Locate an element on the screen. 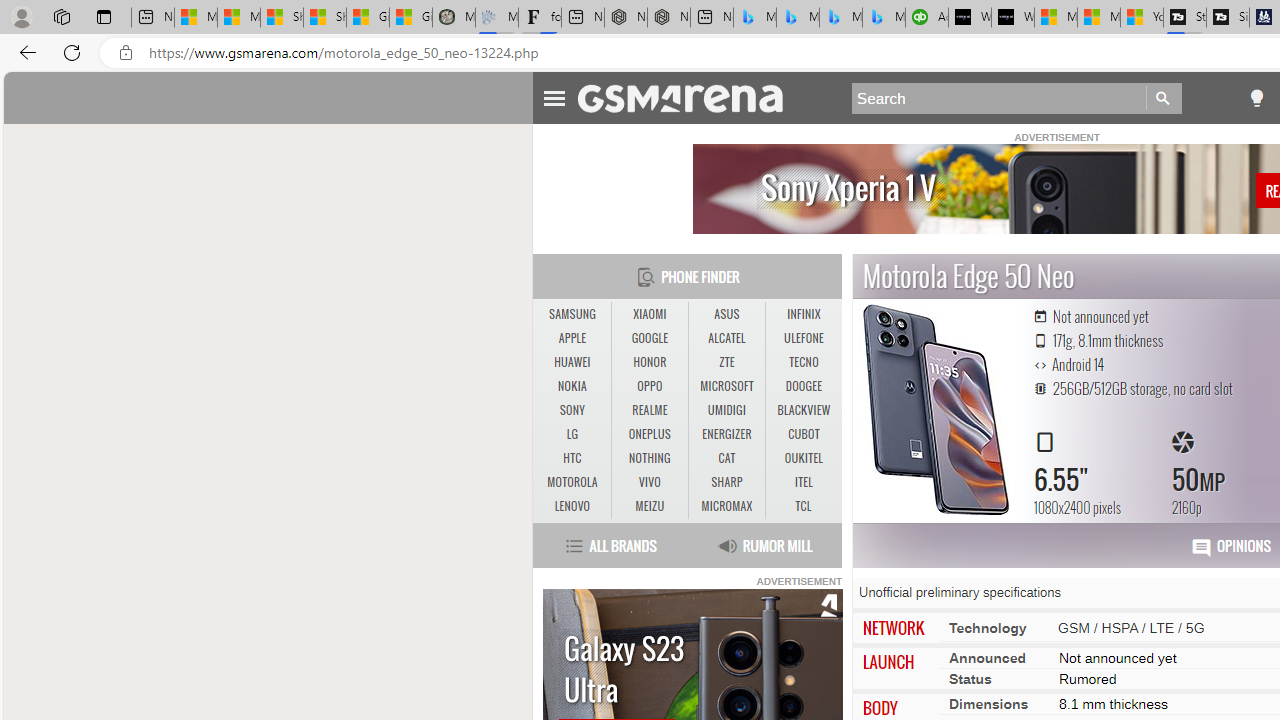 The image size is (1280, 720). 'NOKIA' is located at coordinates (571, 387).